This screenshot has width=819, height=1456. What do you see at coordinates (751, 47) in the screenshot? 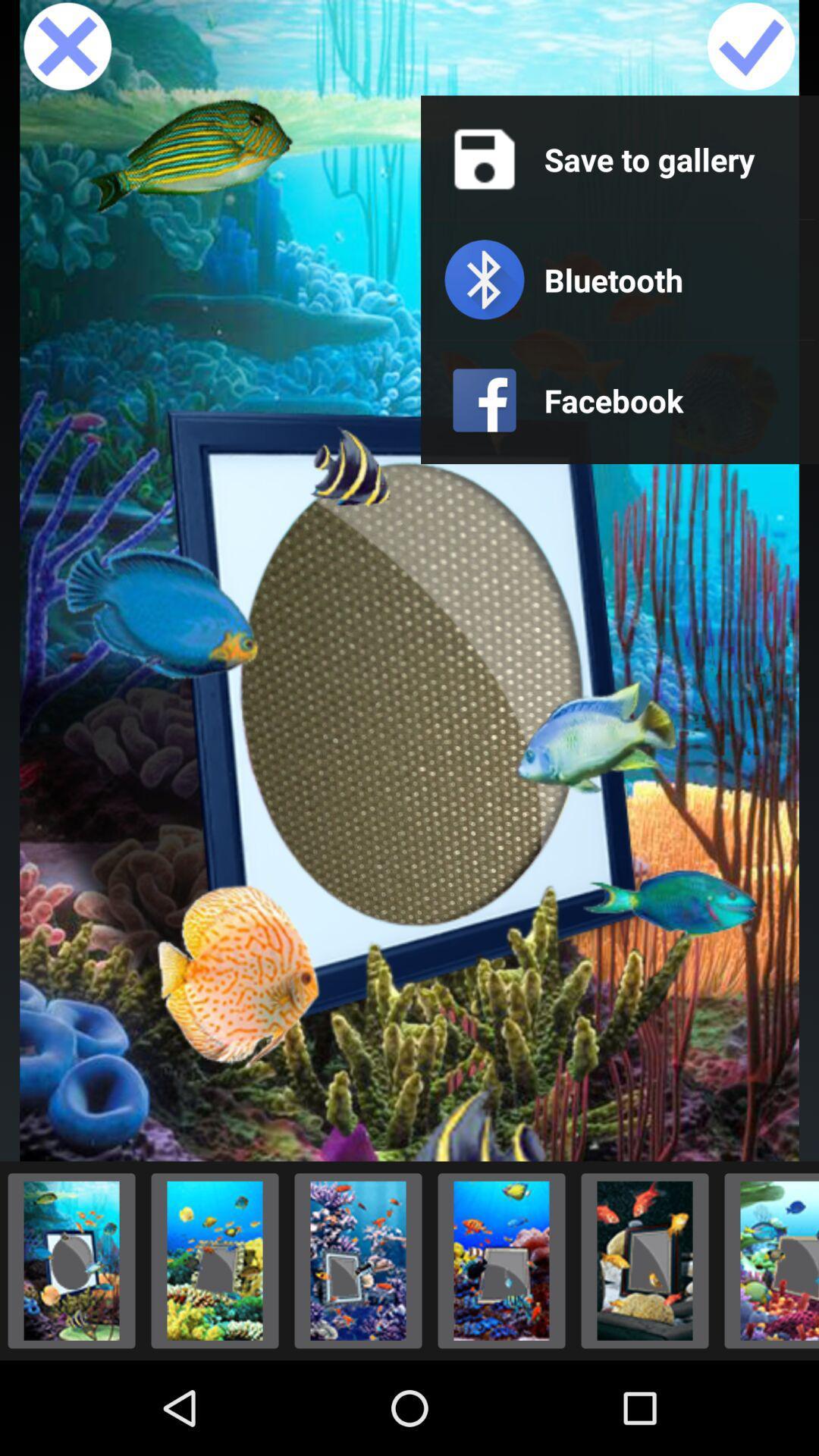
I see `confirm` at bounding box center [751, 47].